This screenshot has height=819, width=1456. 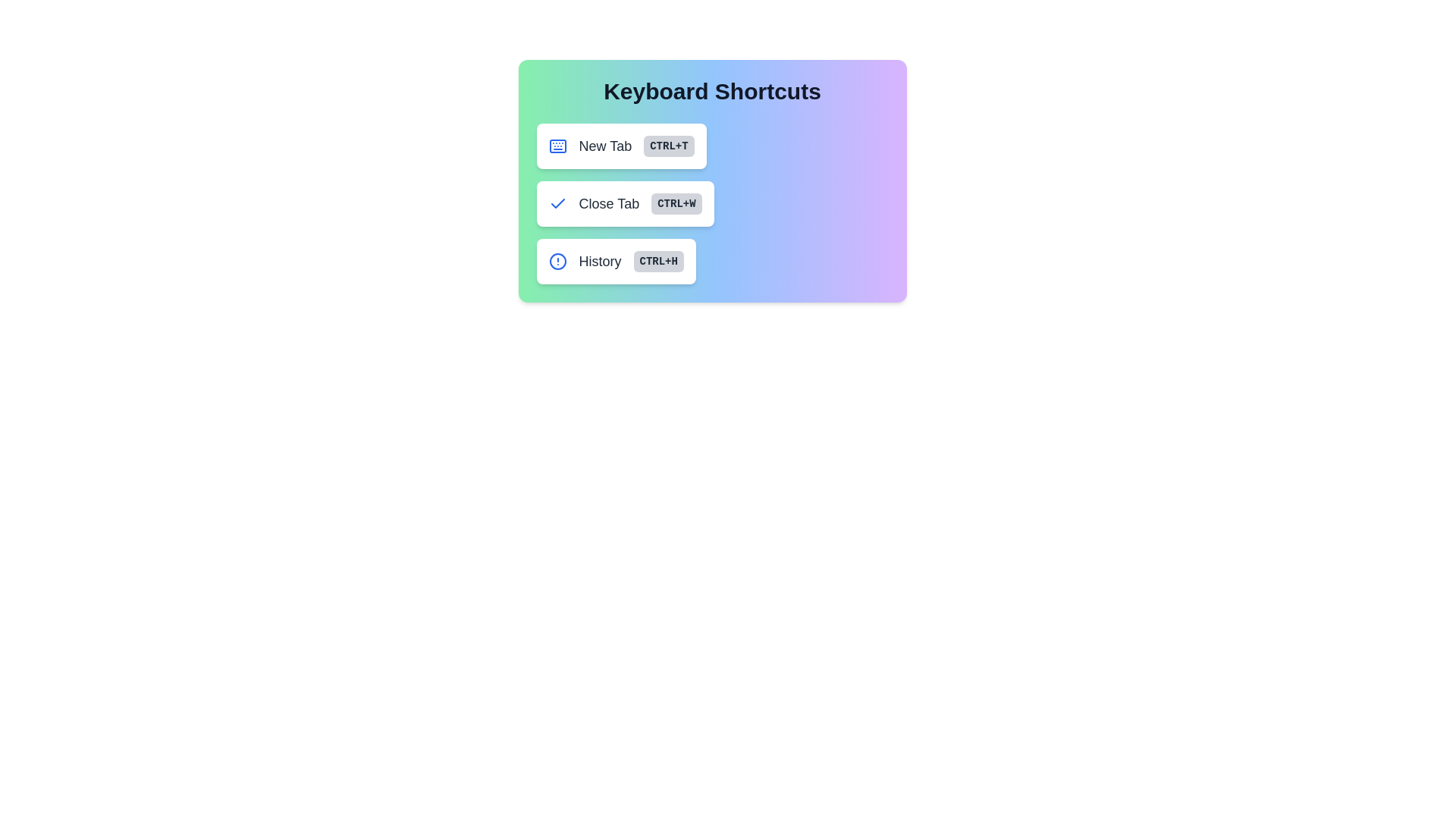 I want to click on the blue keyboard icon located next to the 'New Tab' text in the 'Keyboard Shortcuts' section, so click(x=557, y=146).